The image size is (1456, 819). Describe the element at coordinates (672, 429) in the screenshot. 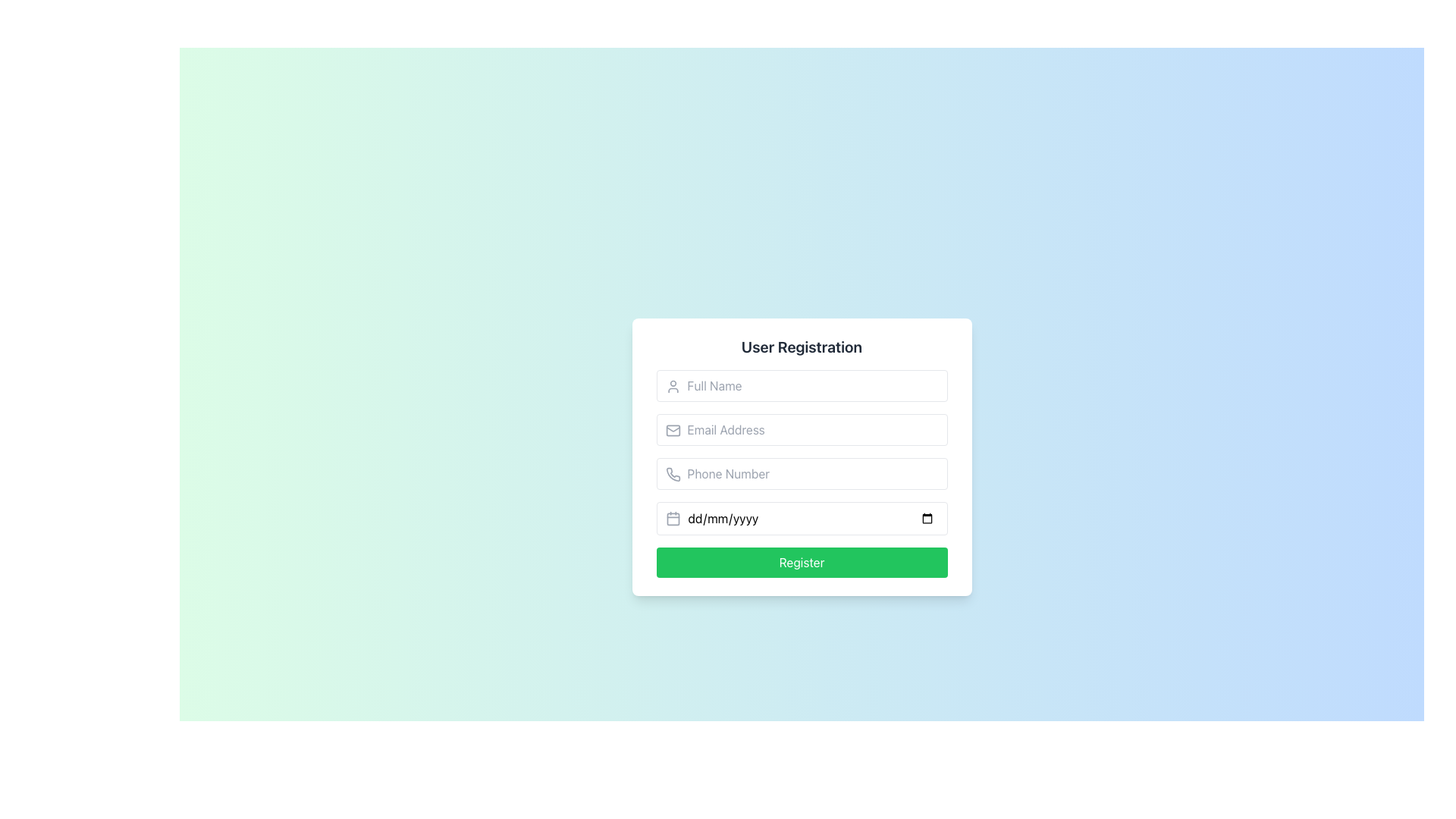

I see `the envelope icon segment representing the inner fold line, which is part of the 'Email Address' input field in the user registration form` at that location.